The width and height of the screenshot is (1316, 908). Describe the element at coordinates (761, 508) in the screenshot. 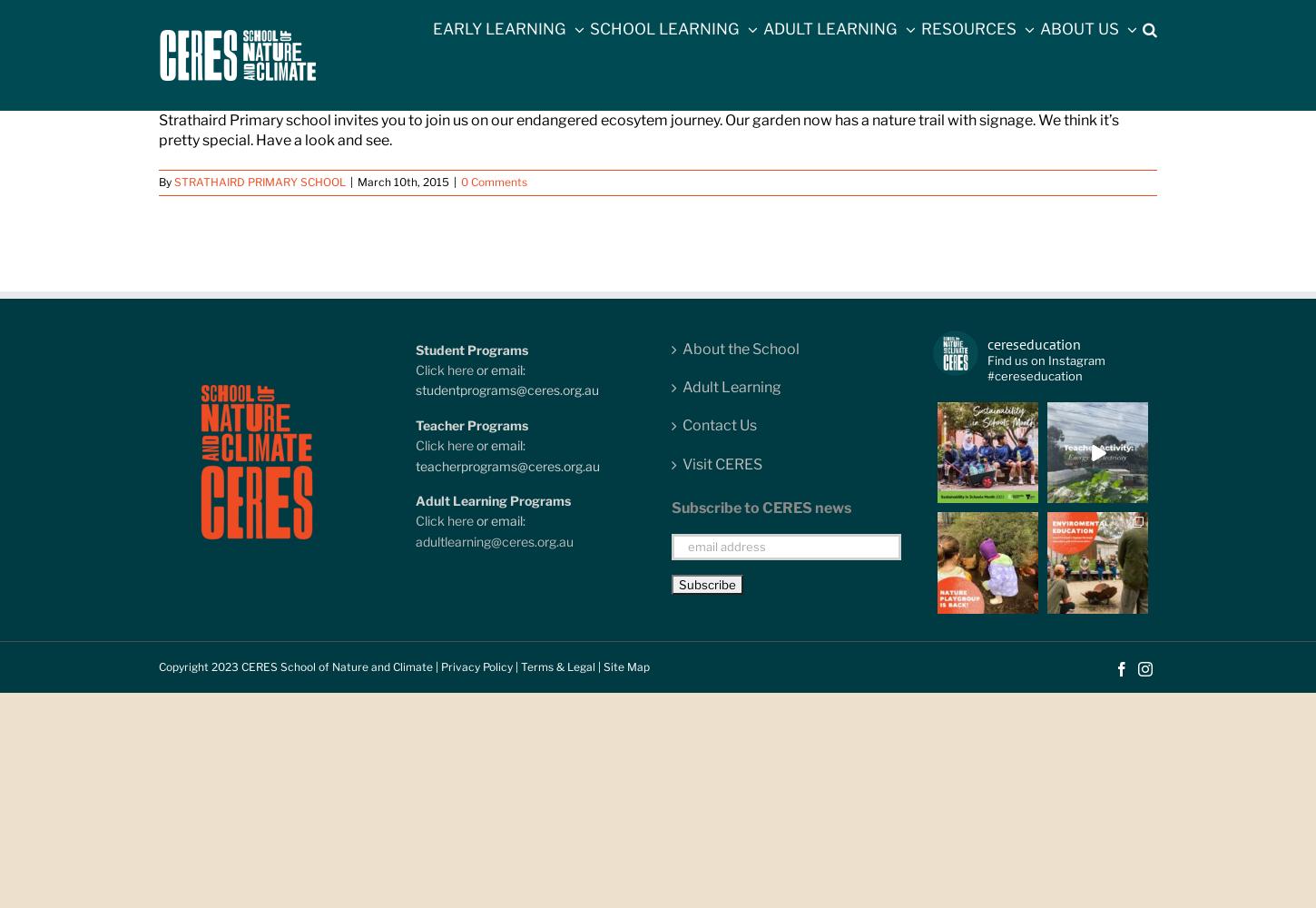

I see `'Subscribe to CERES news'` at that location.